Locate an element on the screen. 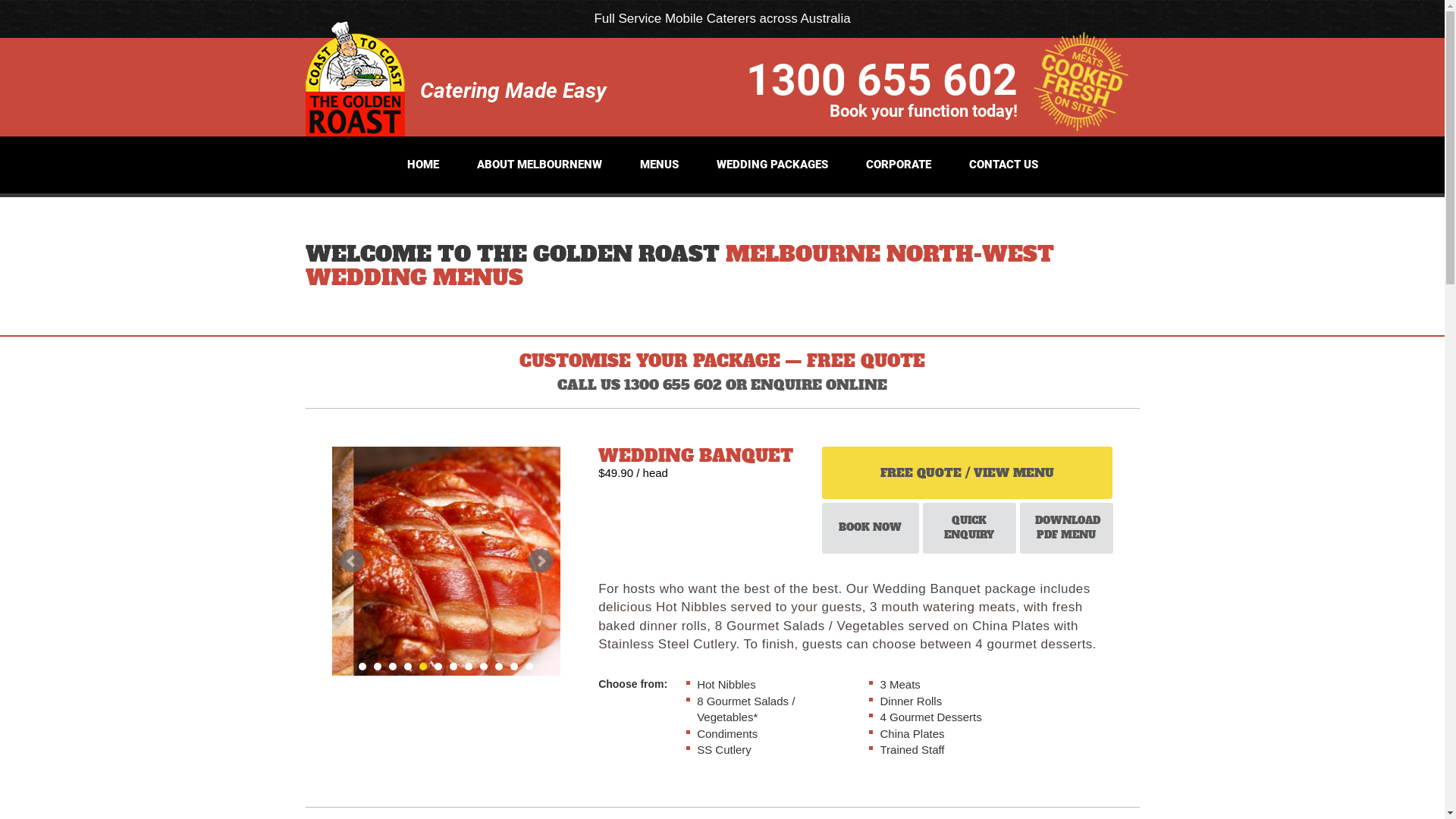  '4' is located at coordinates (407, 666).